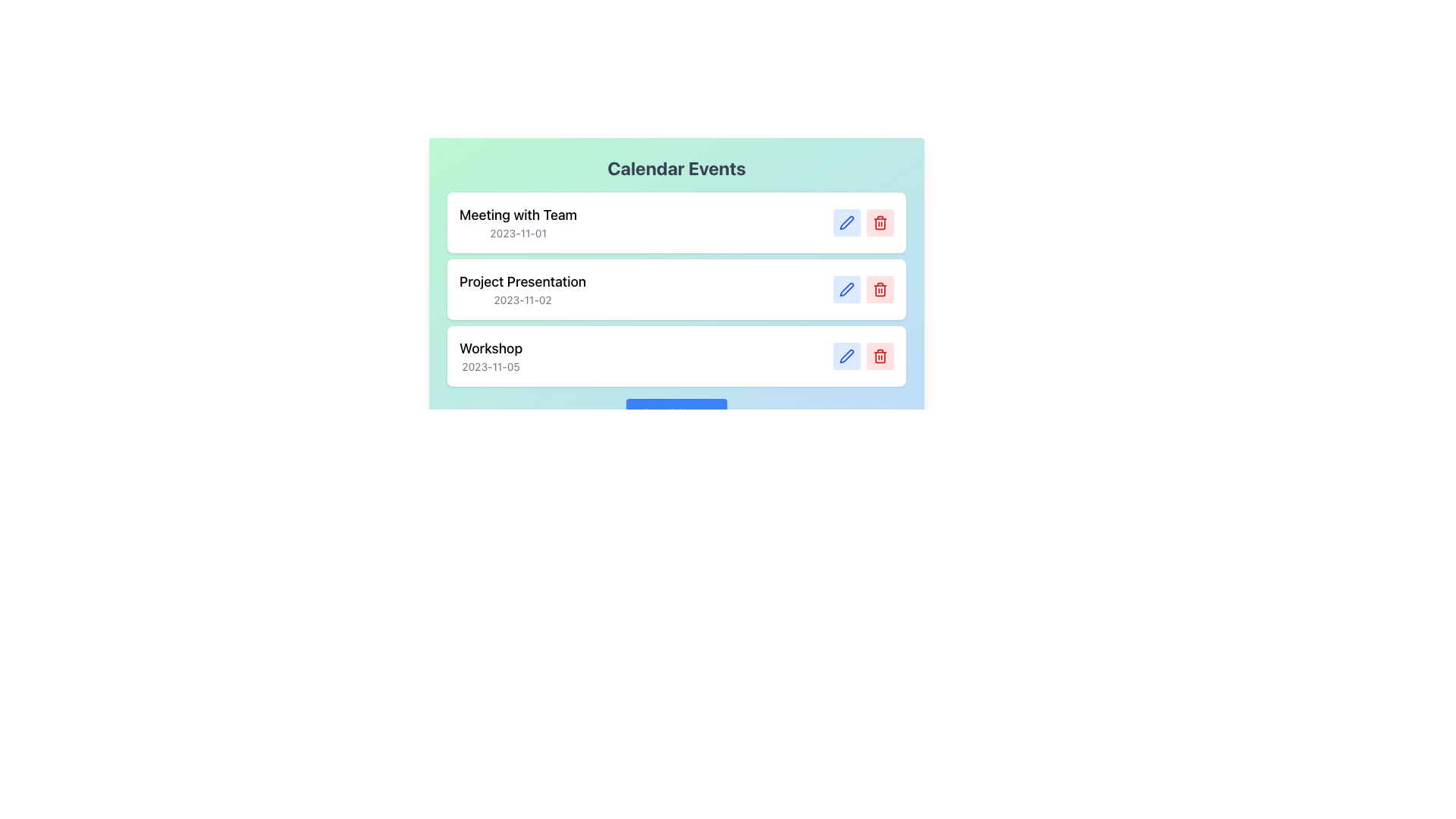 The height and width of the screenshot is (819, 1456). What do you see at coordinates (491, 366) in the screenshot?
I see `date displayed in the text label under the 'Workshop' event in the calendar` at bounding box center [491, 366].